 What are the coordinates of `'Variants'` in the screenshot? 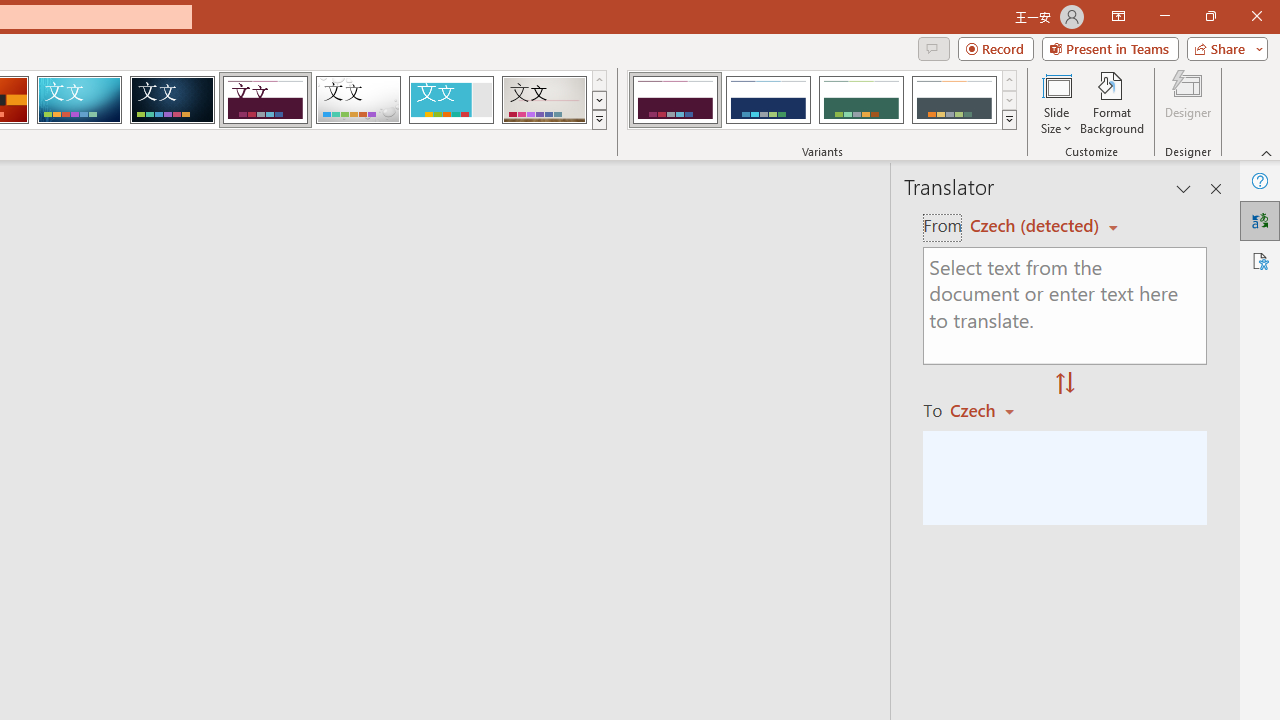 It's located at (1009, 120).